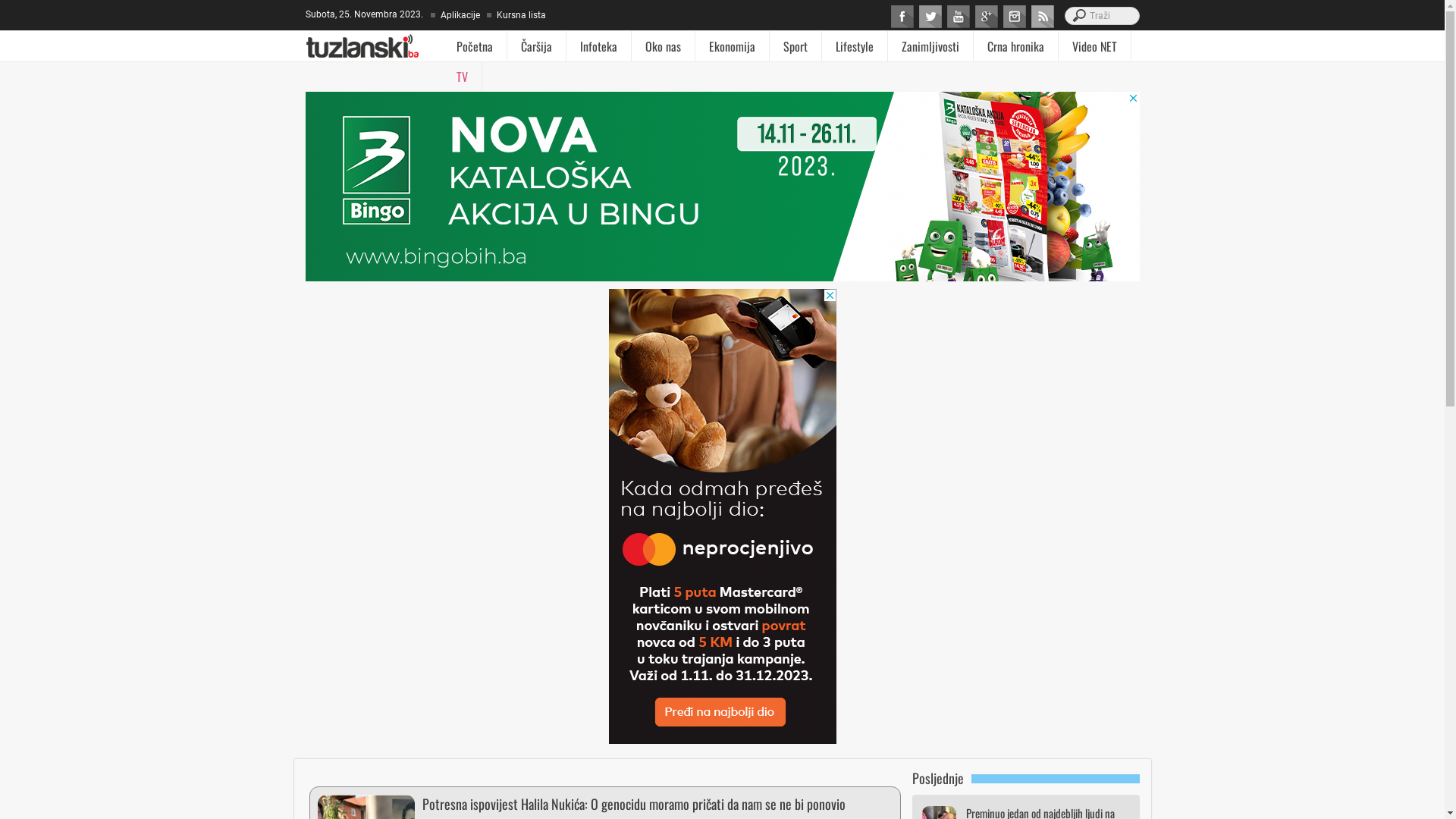 Image resolution: width=1456 pixels, height=819 pixels. I want to click on 'Kursna lista', so click(519, 14).